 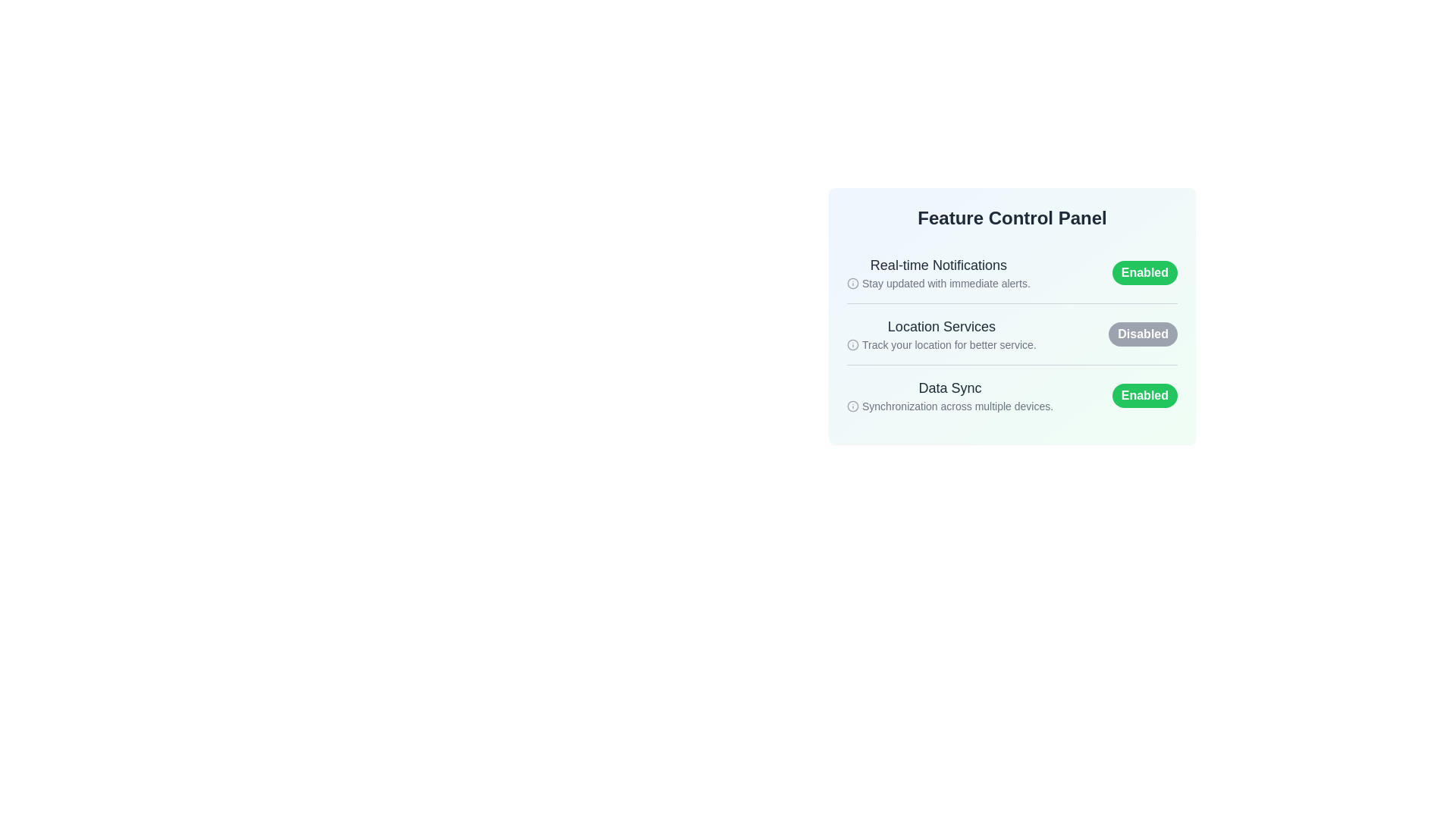 I want to click on the toggle button for the 'Real-time Notifications' feature, so click(x=1144, y=271).